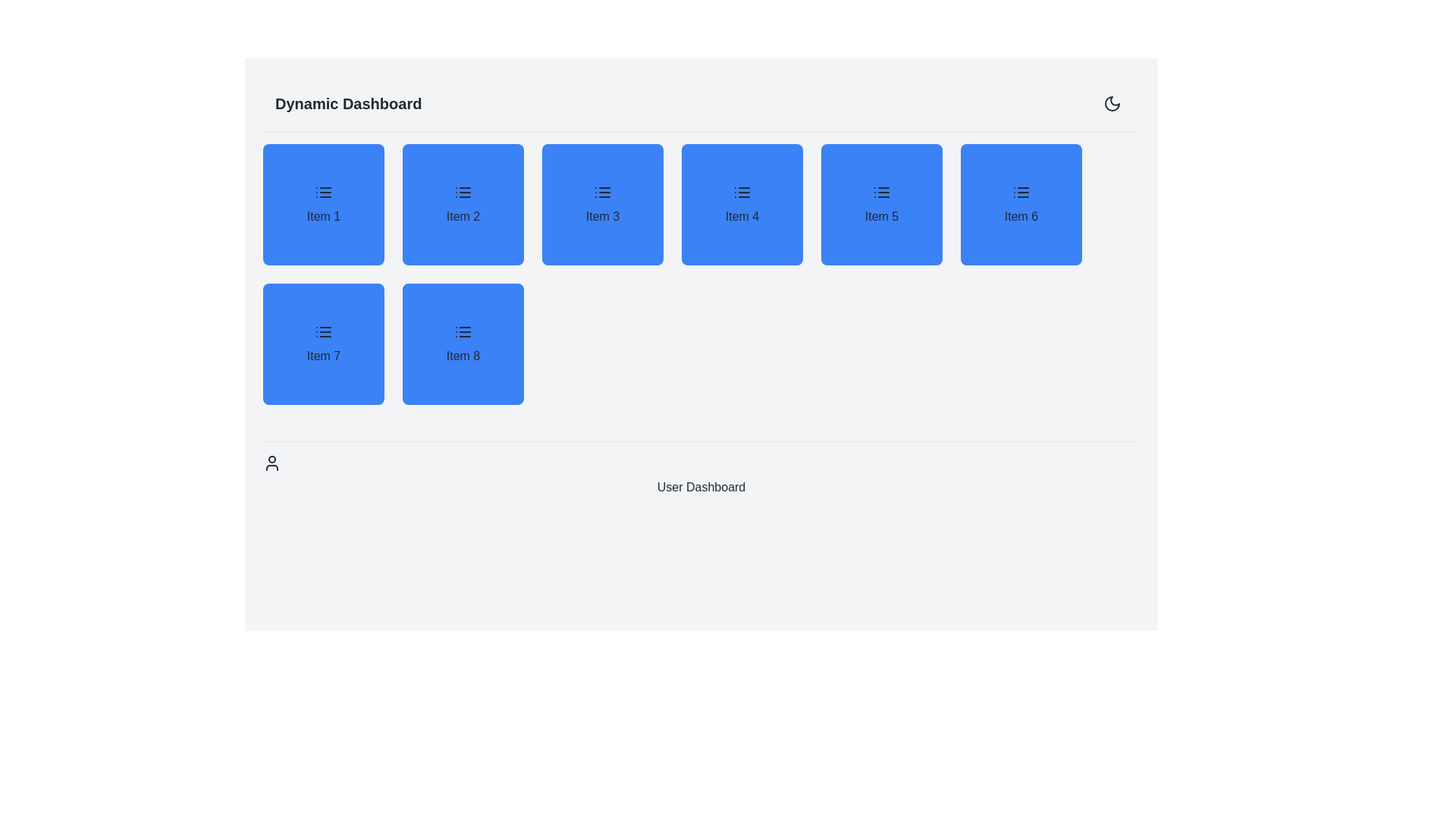 This screenshot has height=819, width=1456. Describe the element at coordinates (742, 216) in the screenshot. I see `text label 'Item 4' displayed in bold font within a blue rounded rectangle located in the fourth column of the grid layout` at that location.